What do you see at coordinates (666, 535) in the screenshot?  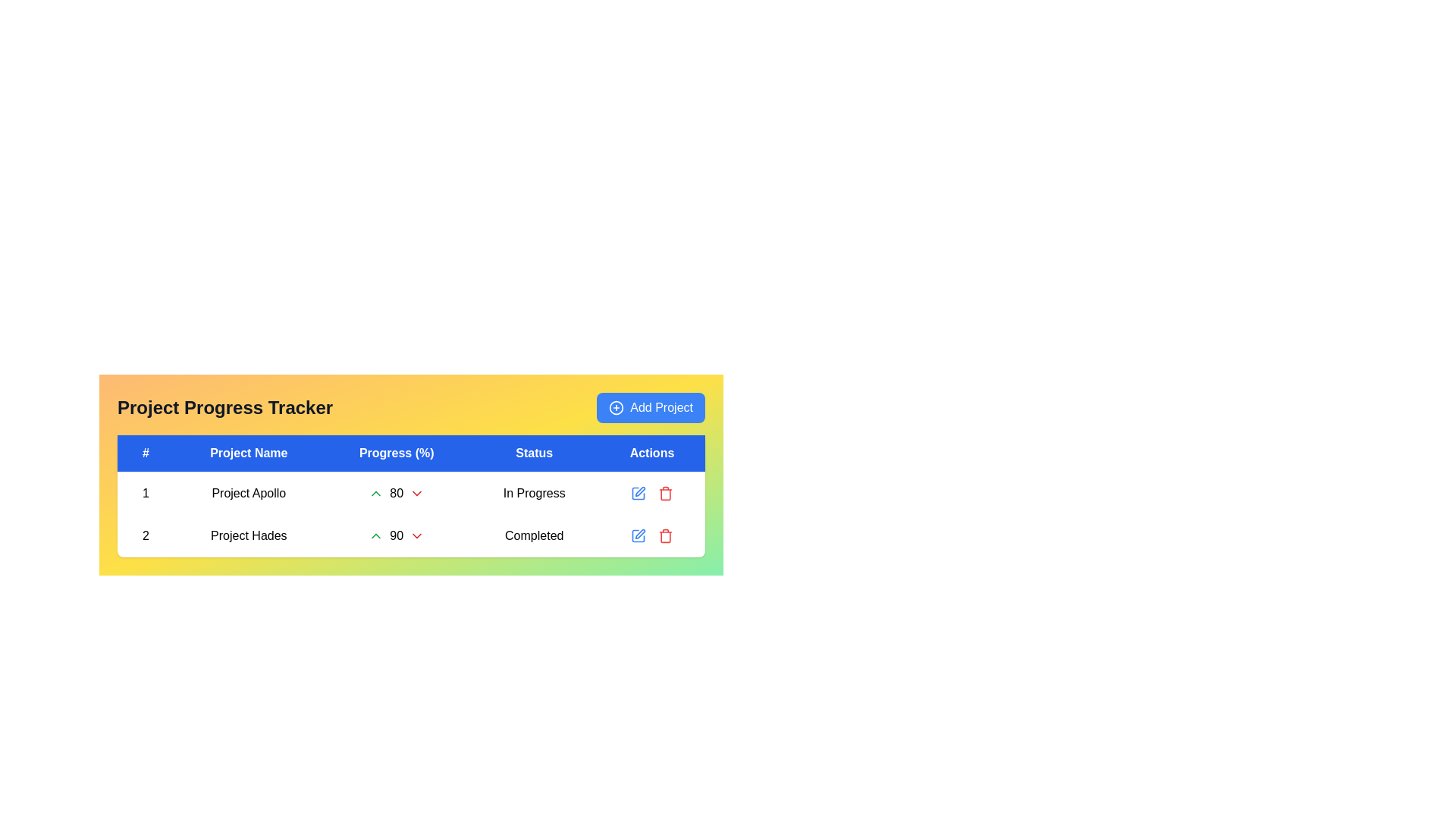 I see `the delete icon button in the second row of the table under the 'Actions' column` at bounding box center [666, 535].